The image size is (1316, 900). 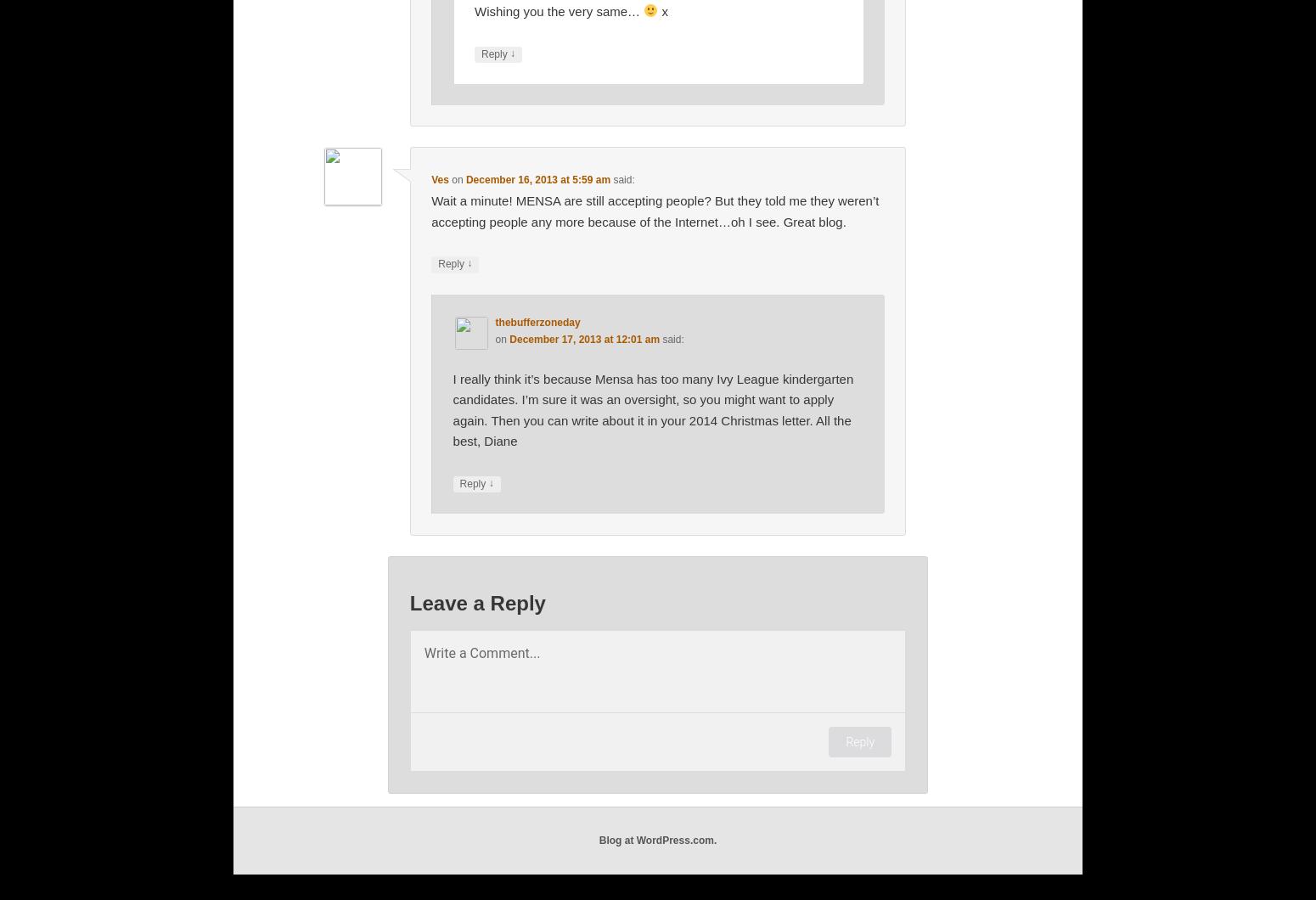 What do you see at coordinates (464, 178) in the screenshot?
I see `'December 16, 2013 at 5:59 am'` at bounding box center [464, 178].